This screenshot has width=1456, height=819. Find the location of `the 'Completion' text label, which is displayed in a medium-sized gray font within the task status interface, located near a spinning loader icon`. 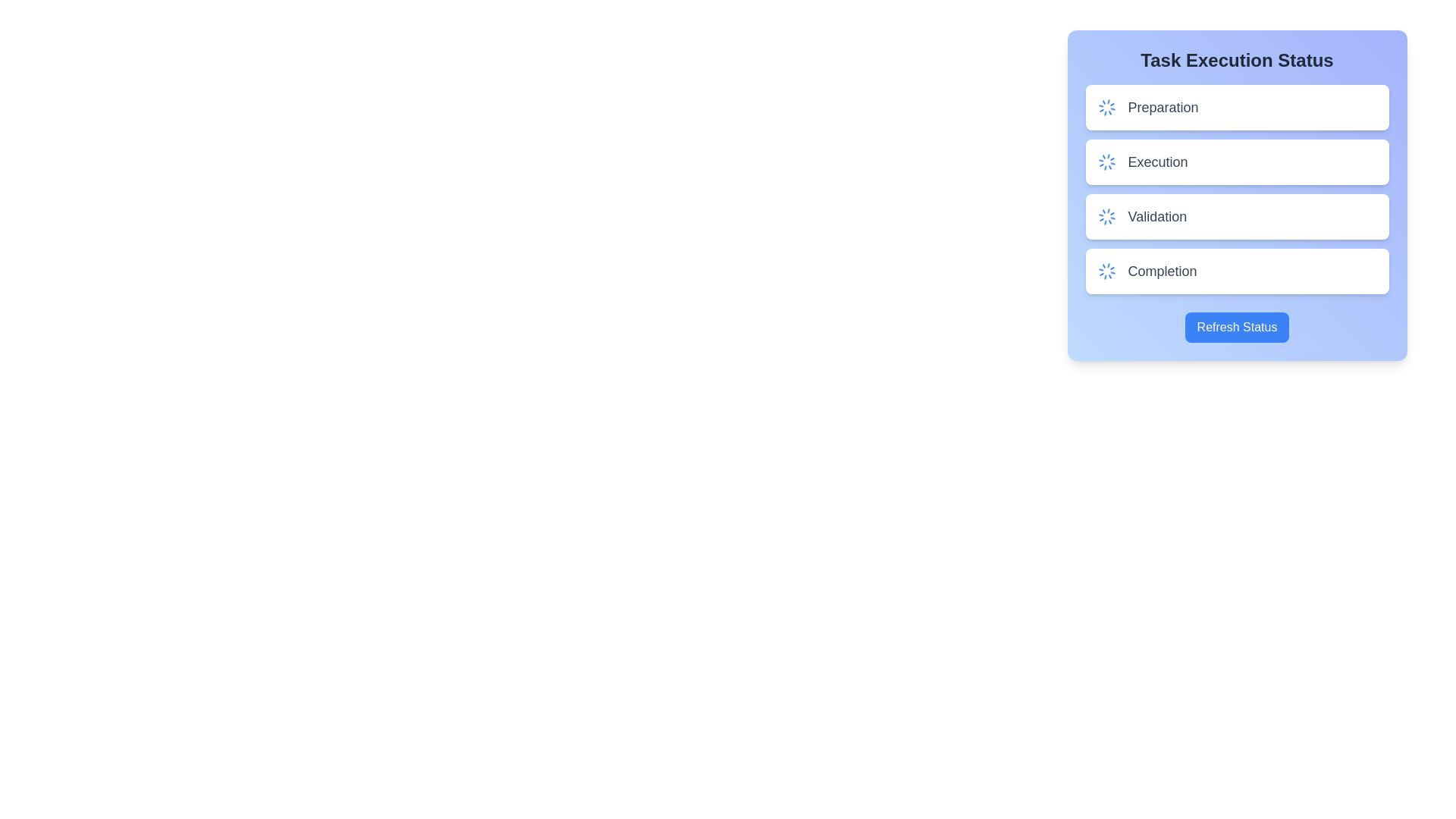

the 'Completion' text label, which is displayed in a medium-sized gray font within the task status interface, located near a spinning loader icon is located at coordinates (1161, 271).